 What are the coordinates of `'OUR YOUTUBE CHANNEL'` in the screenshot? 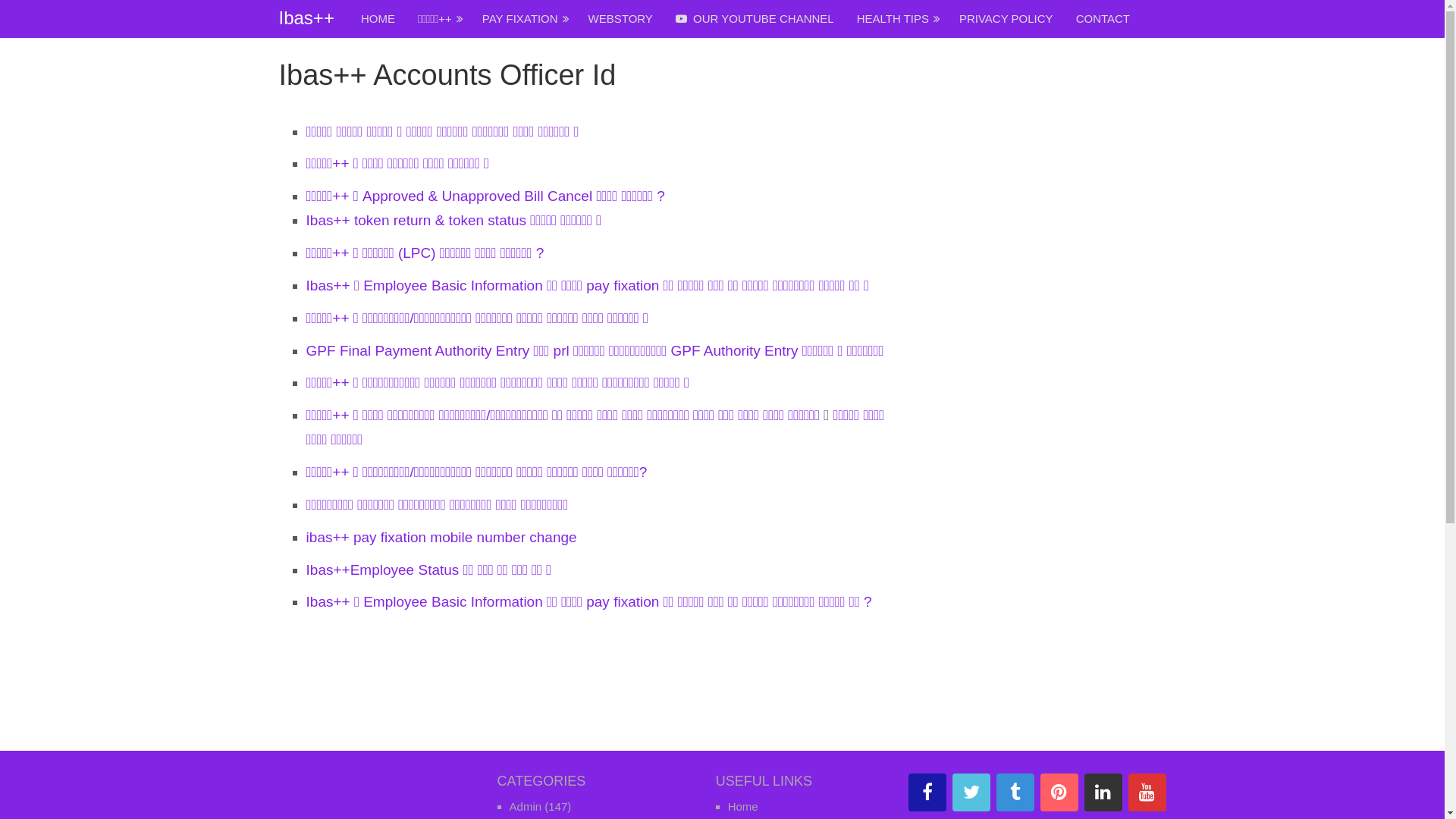 It's located at (755, 18).